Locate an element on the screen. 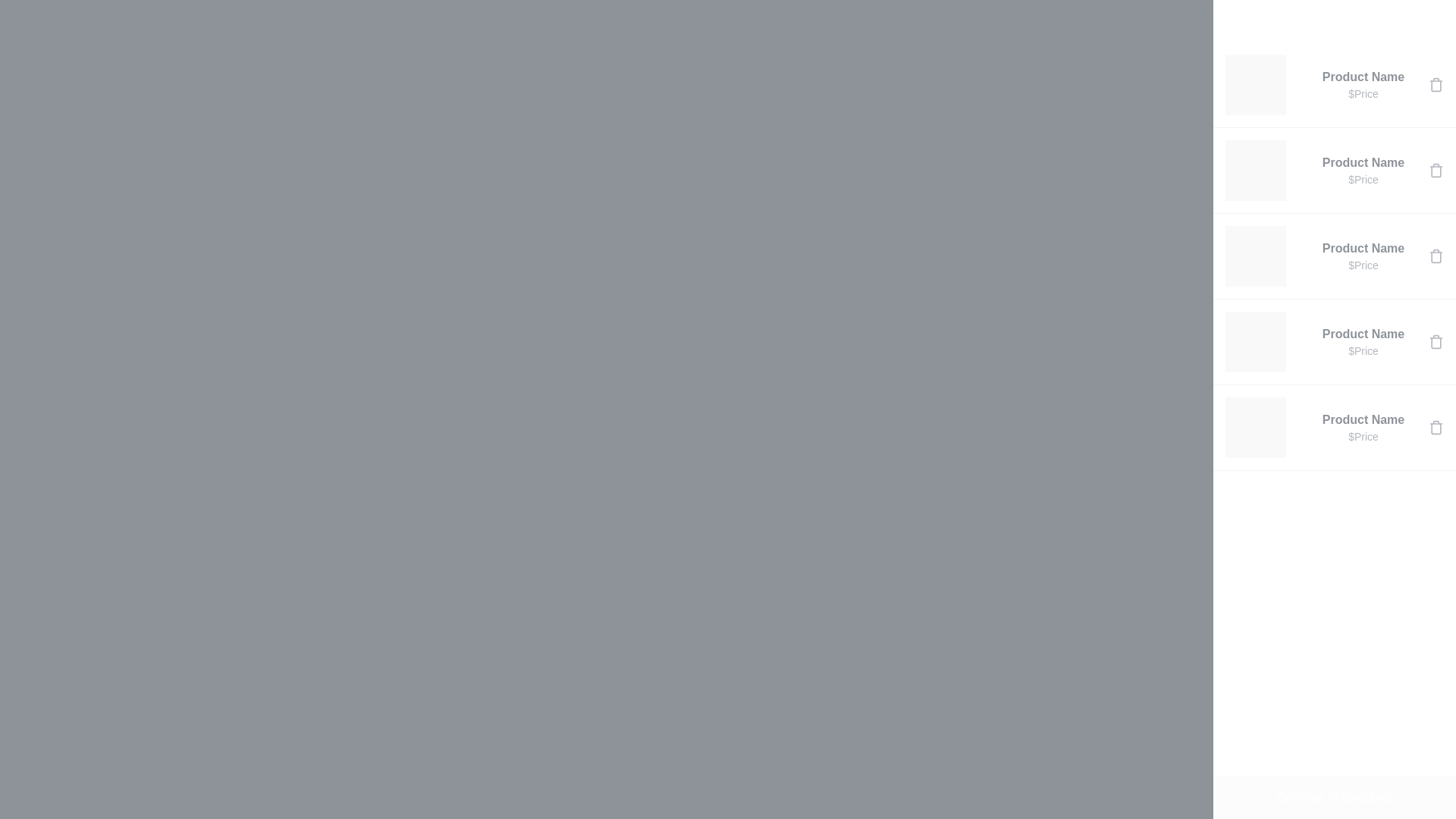  the Text block that provides details about a product, including its name and price, located in the third row of a vertical list beside an image placeholder and a delete icon is located at coordinates (1363, 256).